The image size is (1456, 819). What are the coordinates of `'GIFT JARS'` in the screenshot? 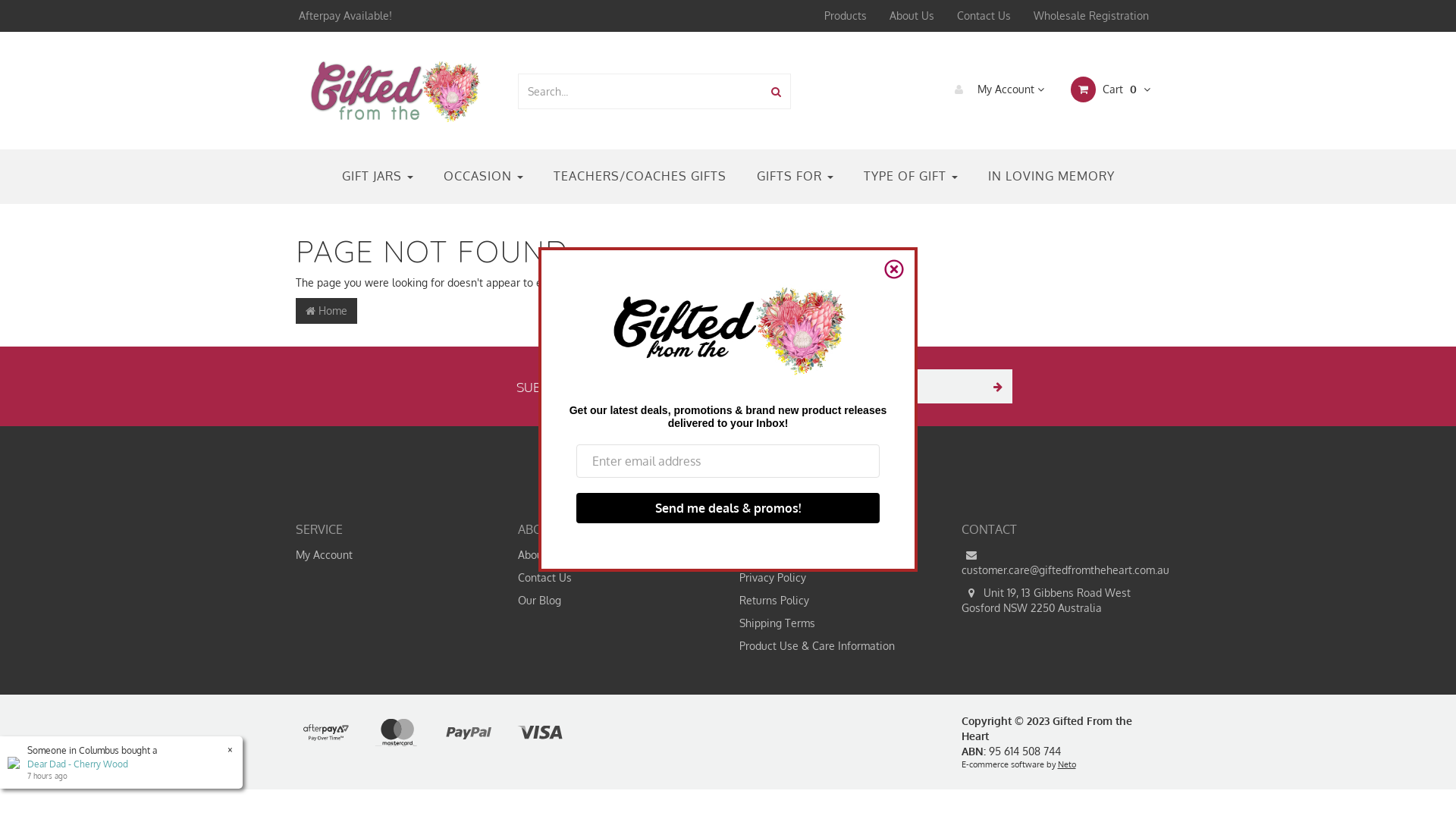 It's located at (377, 175).